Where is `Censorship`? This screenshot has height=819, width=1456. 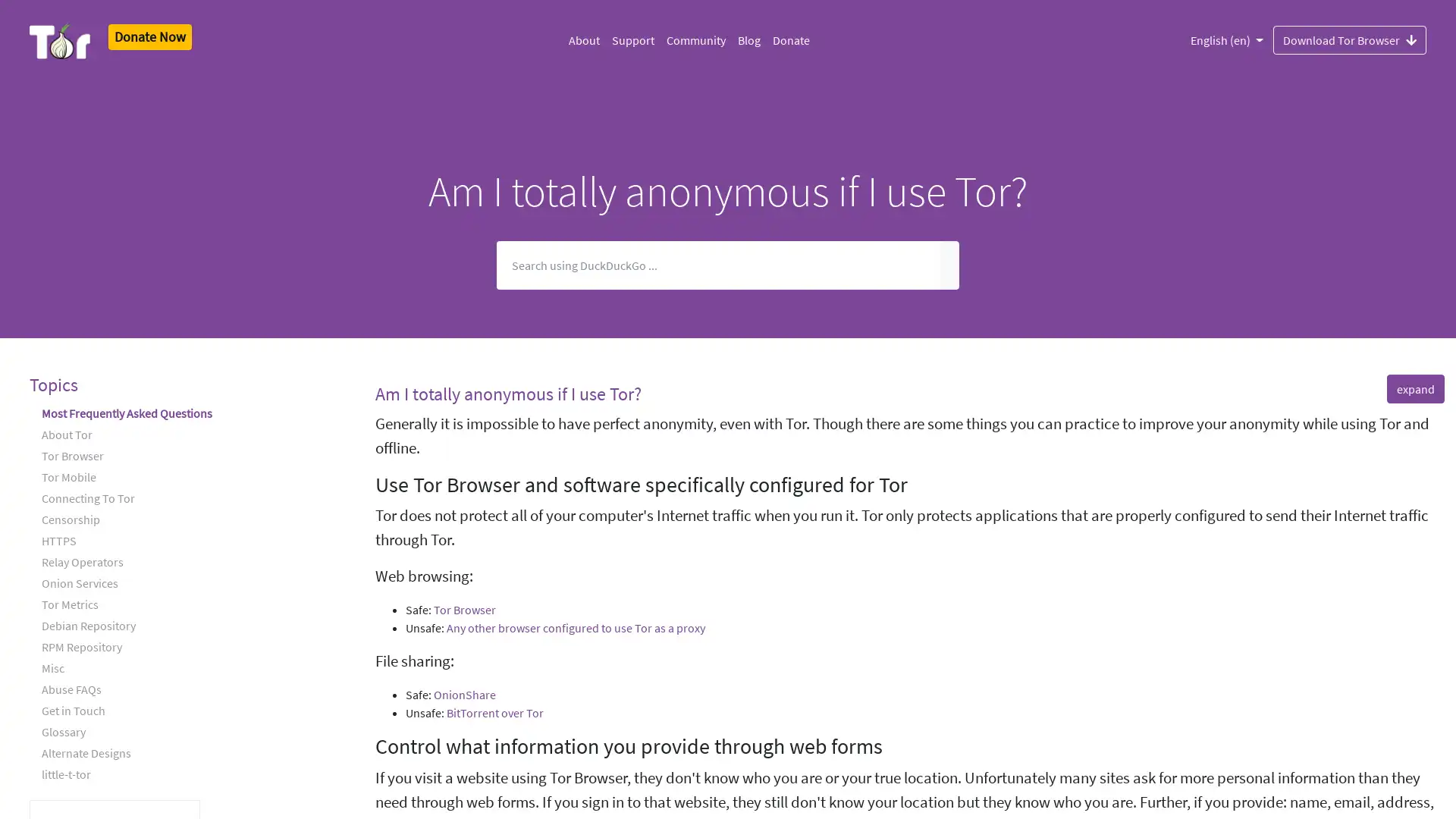 Censorship is located at coordinates (187, 517).